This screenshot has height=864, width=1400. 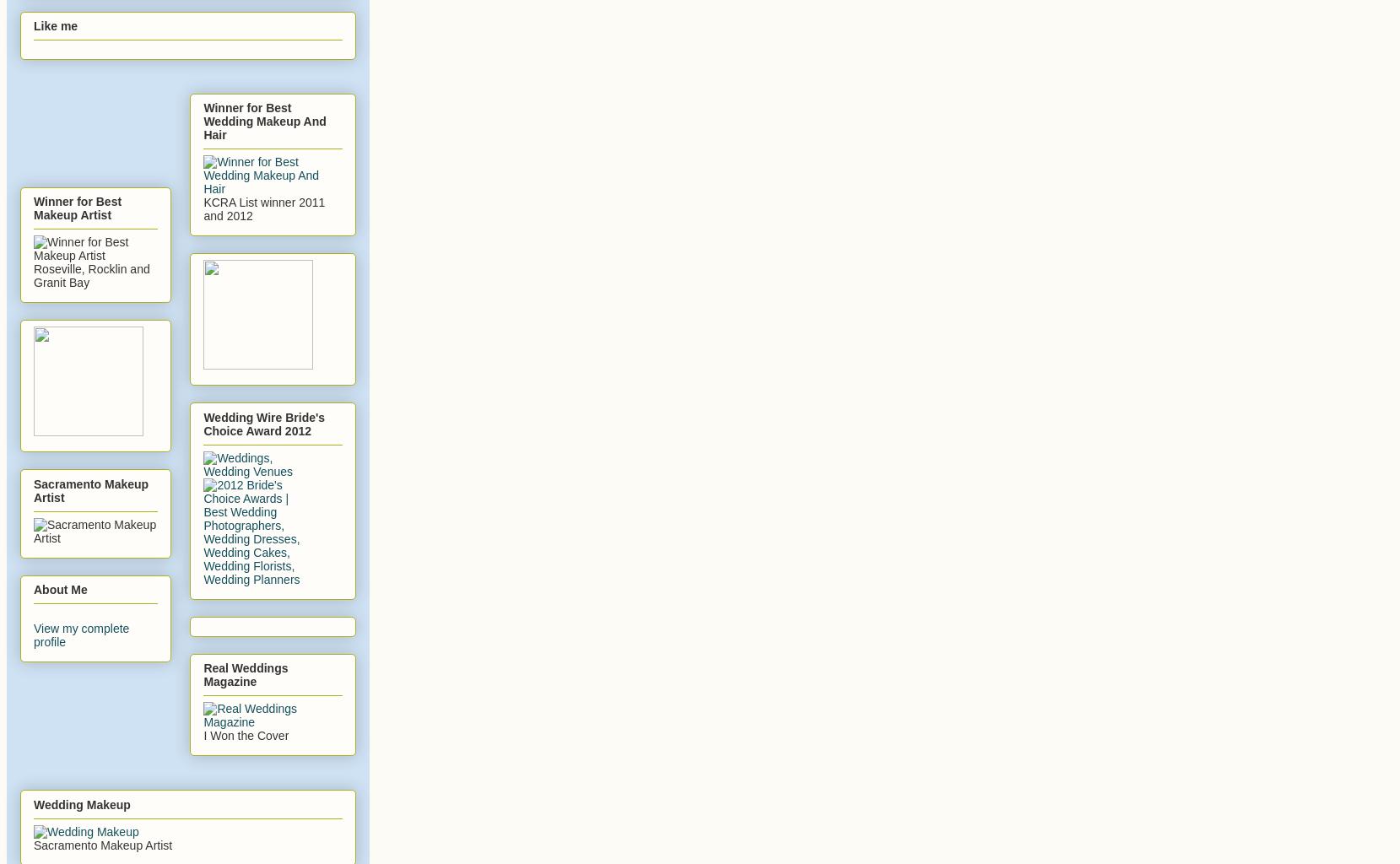 What do you see at coordinates (203, 120) in the screenshot?
I see `'Winner for Best Wedding Makeup And Hair'` at bounding box center [203, 120].